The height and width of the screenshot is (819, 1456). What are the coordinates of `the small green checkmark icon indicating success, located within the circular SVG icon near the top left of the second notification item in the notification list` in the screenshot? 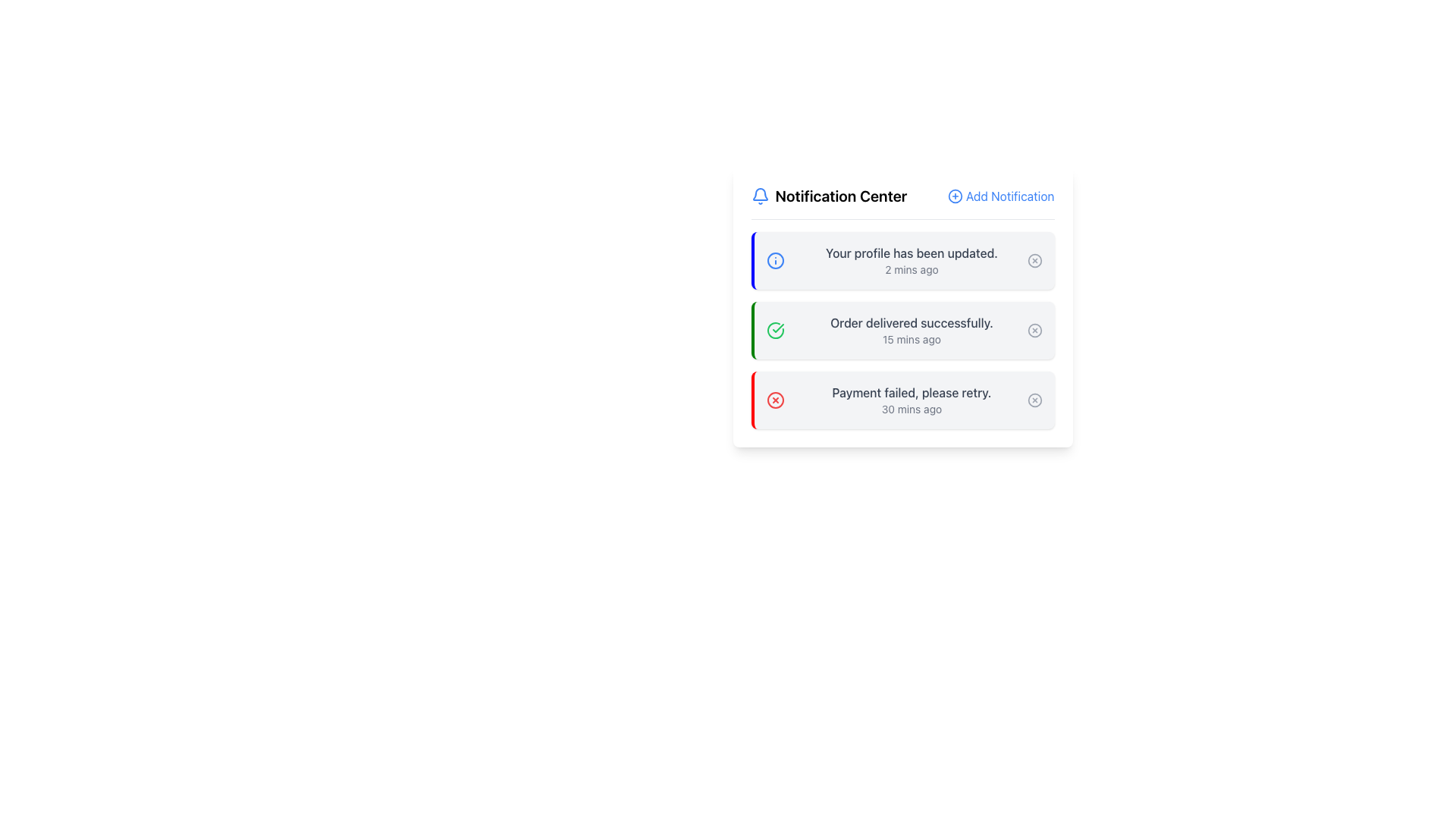 It's located at (778, 327).